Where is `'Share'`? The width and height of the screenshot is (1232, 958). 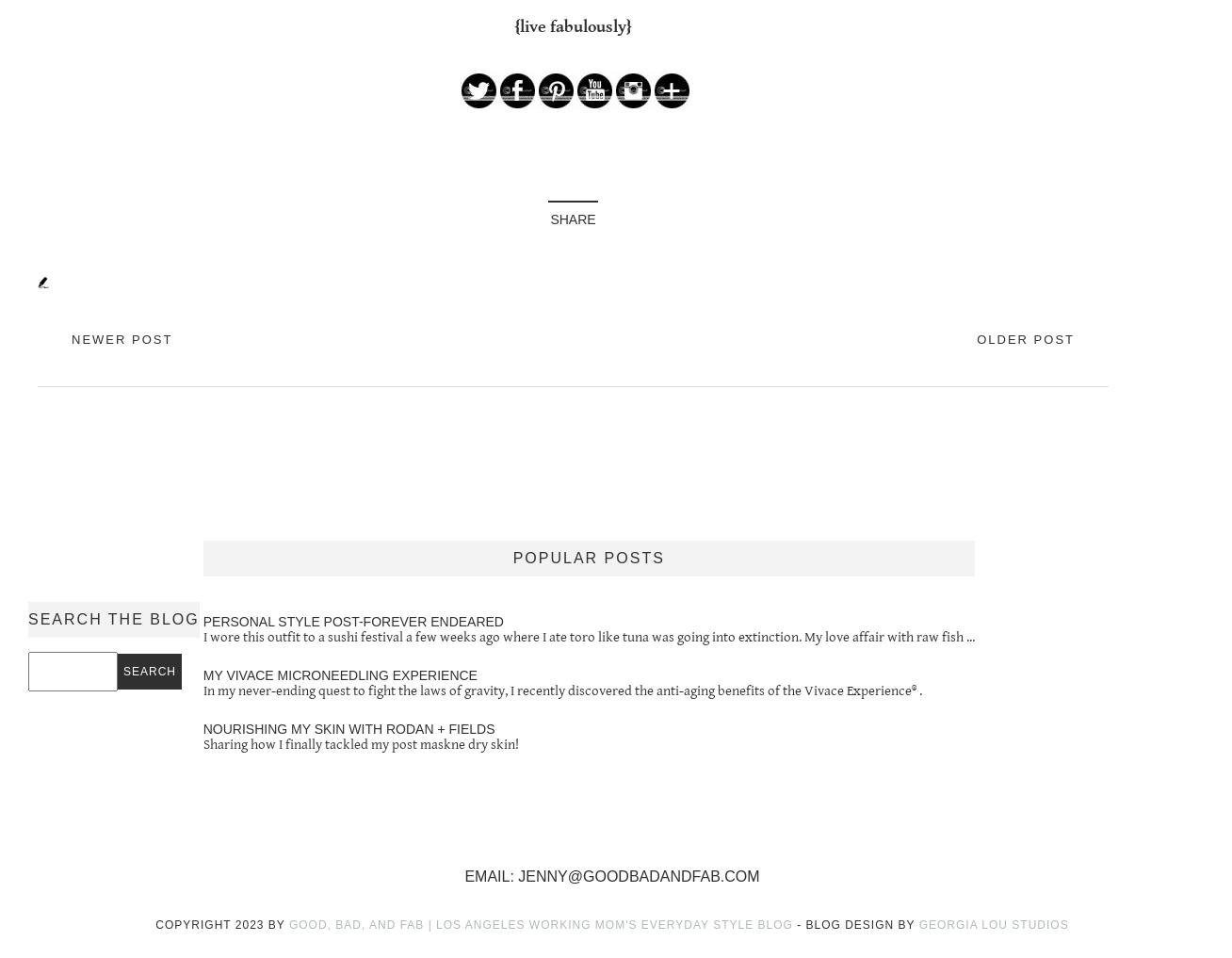 'Share' is located at coordinates (571, 218).